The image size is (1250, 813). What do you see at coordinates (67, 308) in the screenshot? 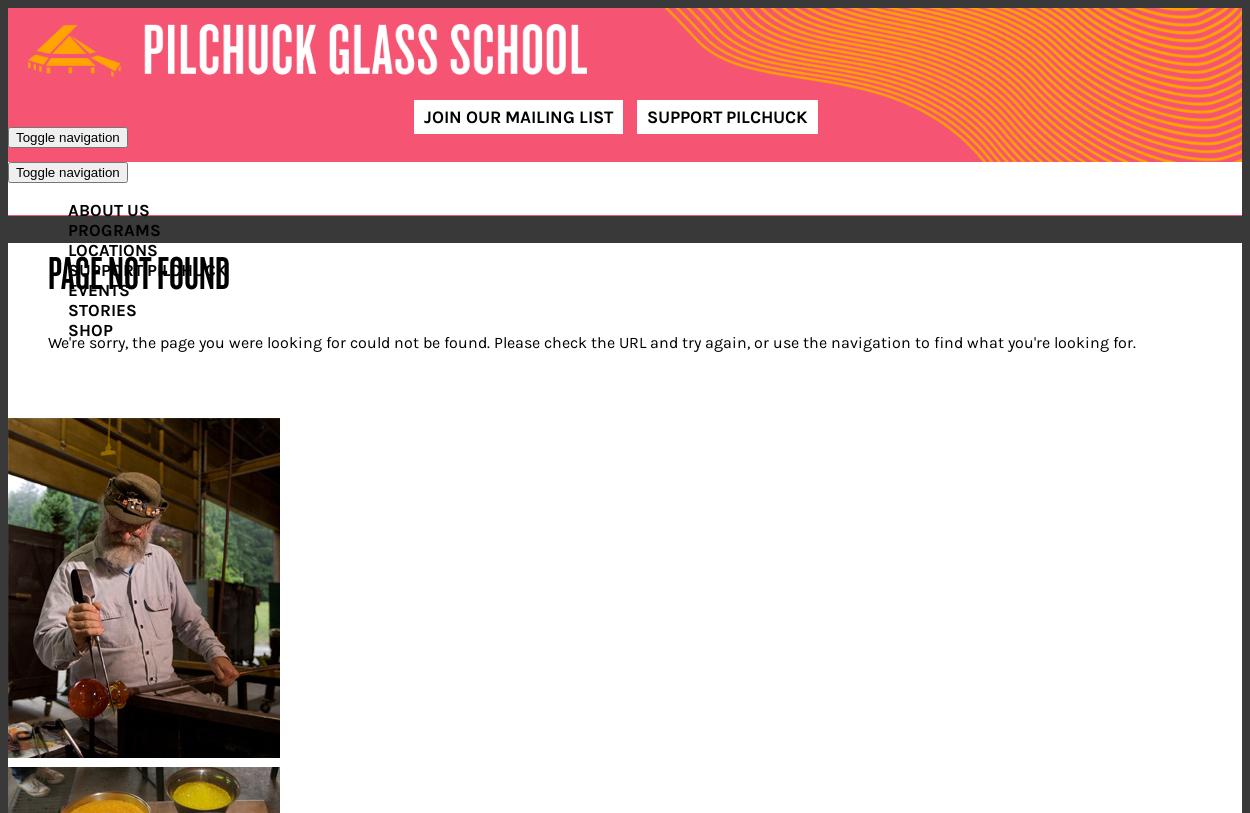
I see `'Stories'` at bounding box center [67, 308].